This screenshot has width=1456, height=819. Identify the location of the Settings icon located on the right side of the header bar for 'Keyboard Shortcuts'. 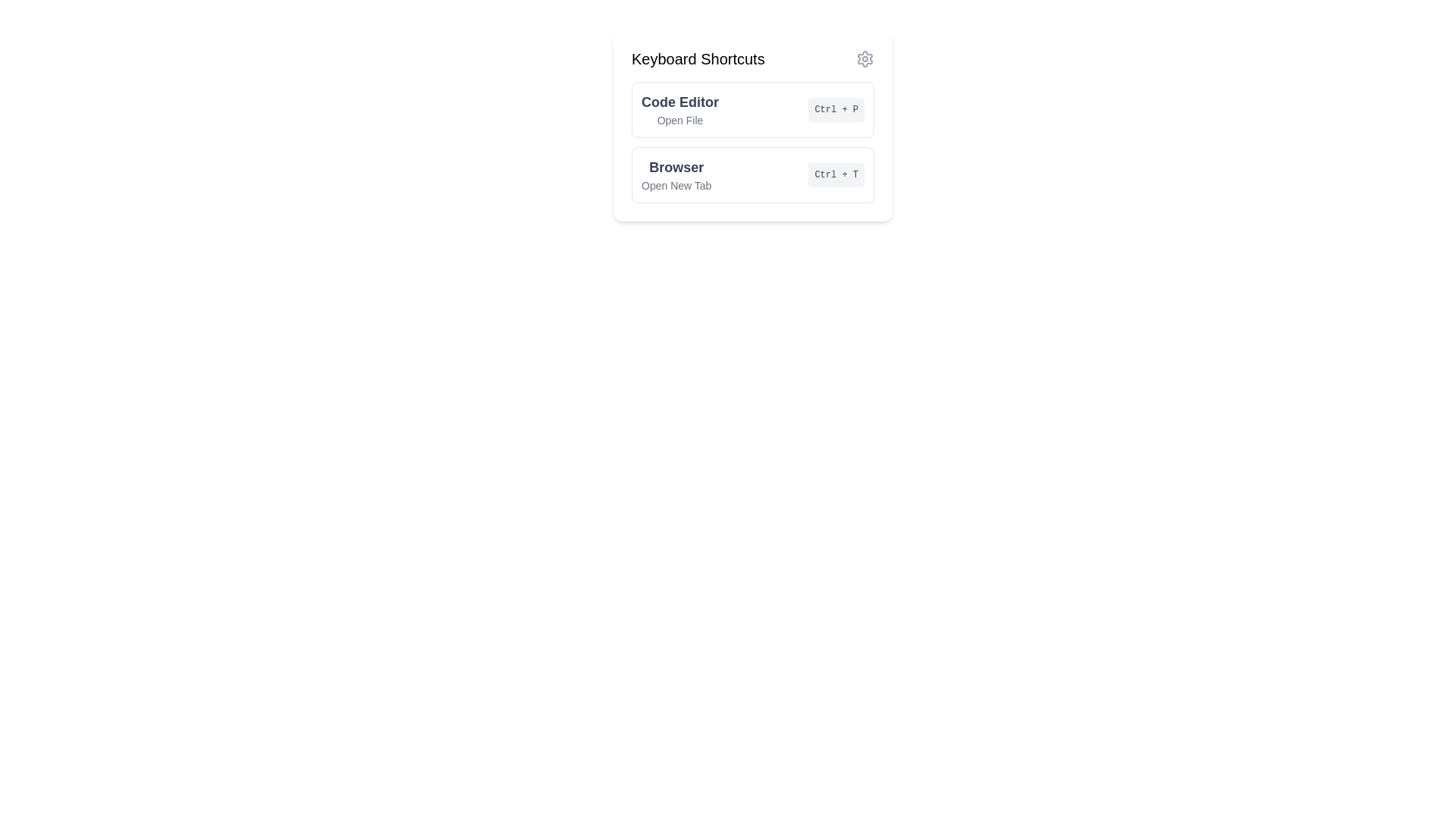
(865, 58).